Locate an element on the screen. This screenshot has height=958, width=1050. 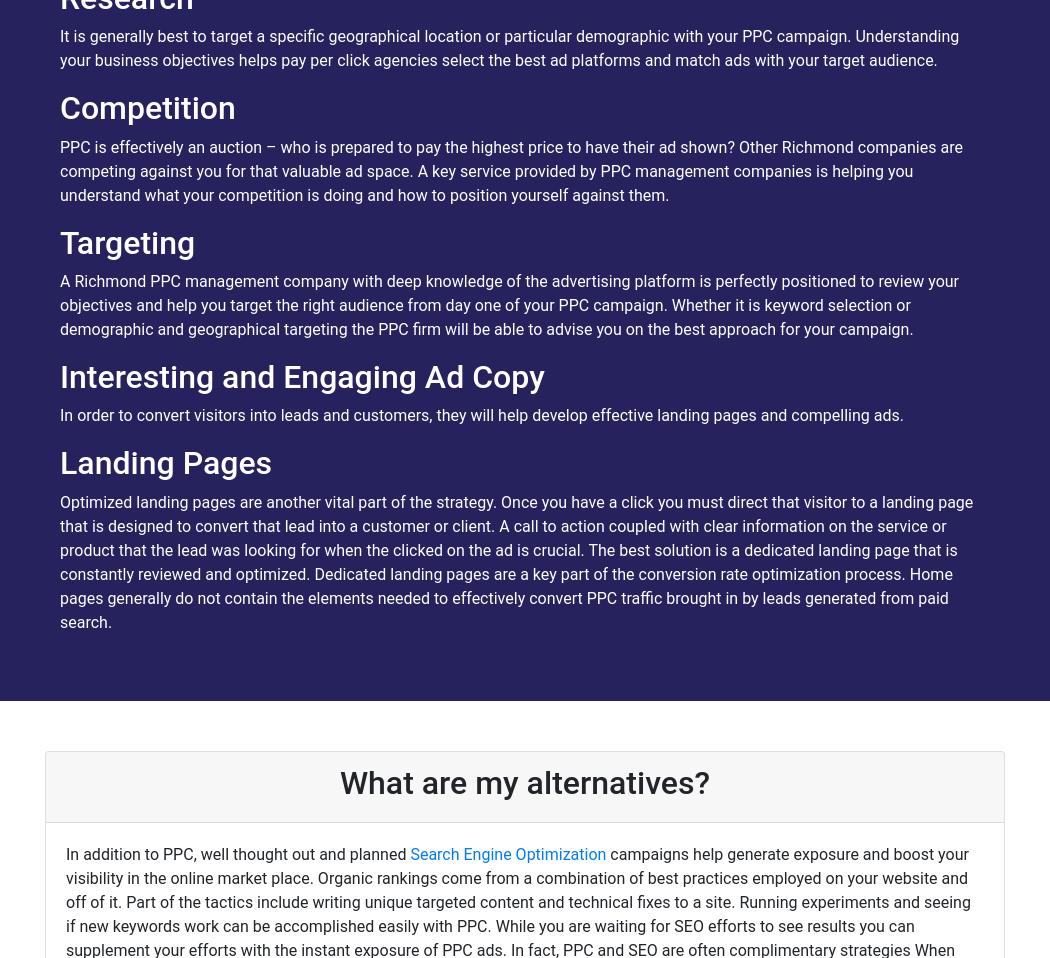
'A Richmond PPC management company with deep knowledge of the advertising platform is perfectly positioned to review your objectives and help you target the right audience from day one of your PPC campaign.
Whether it is keyword selection or demographic and geographical targeting the PPC firm will be able to advise you on the best approach for your campaign.' is located at coordinates (508, 305).